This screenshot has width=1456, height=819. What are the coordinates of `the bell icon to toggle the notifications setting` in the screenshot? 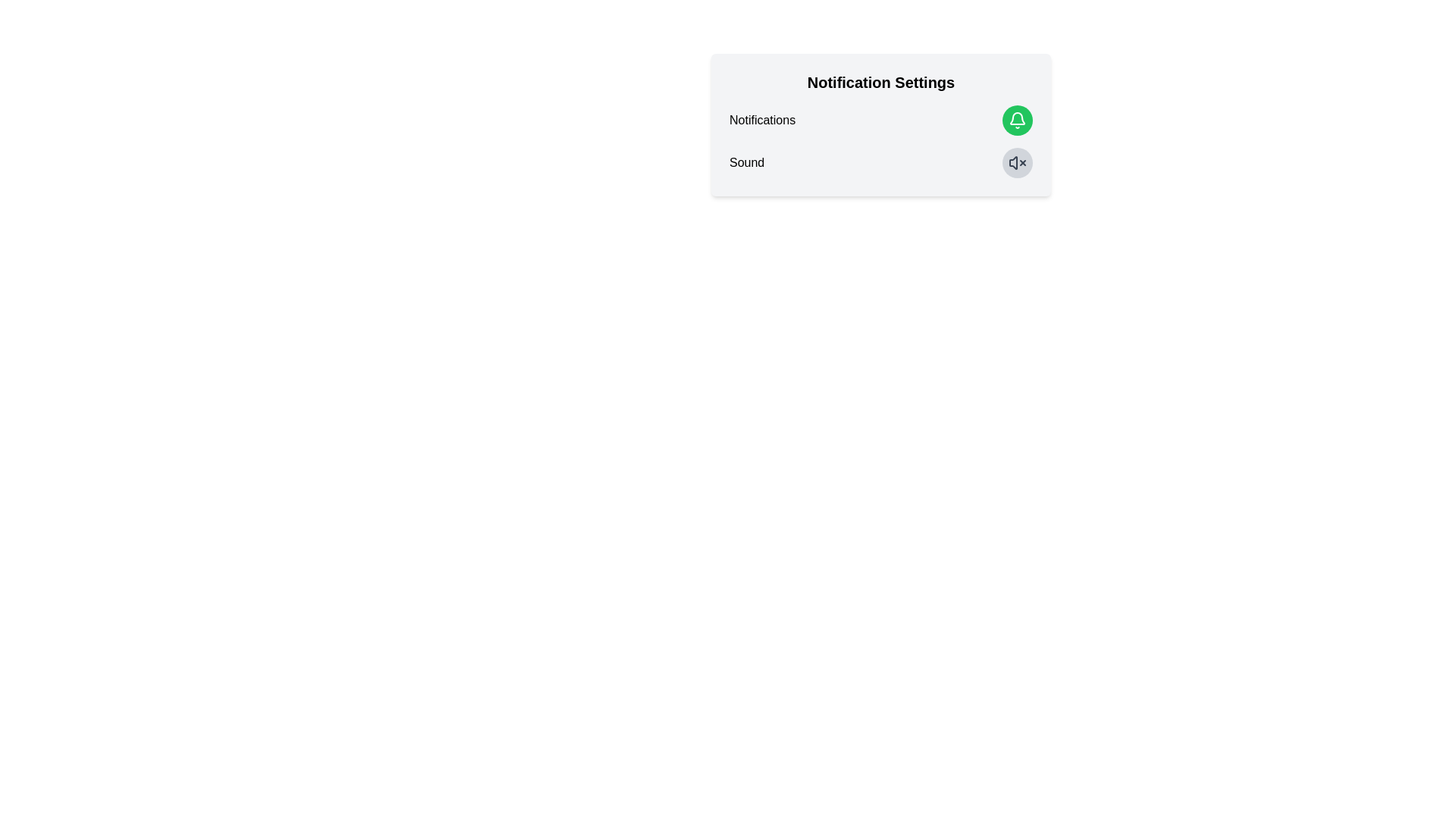 It's located at (1018, 119).